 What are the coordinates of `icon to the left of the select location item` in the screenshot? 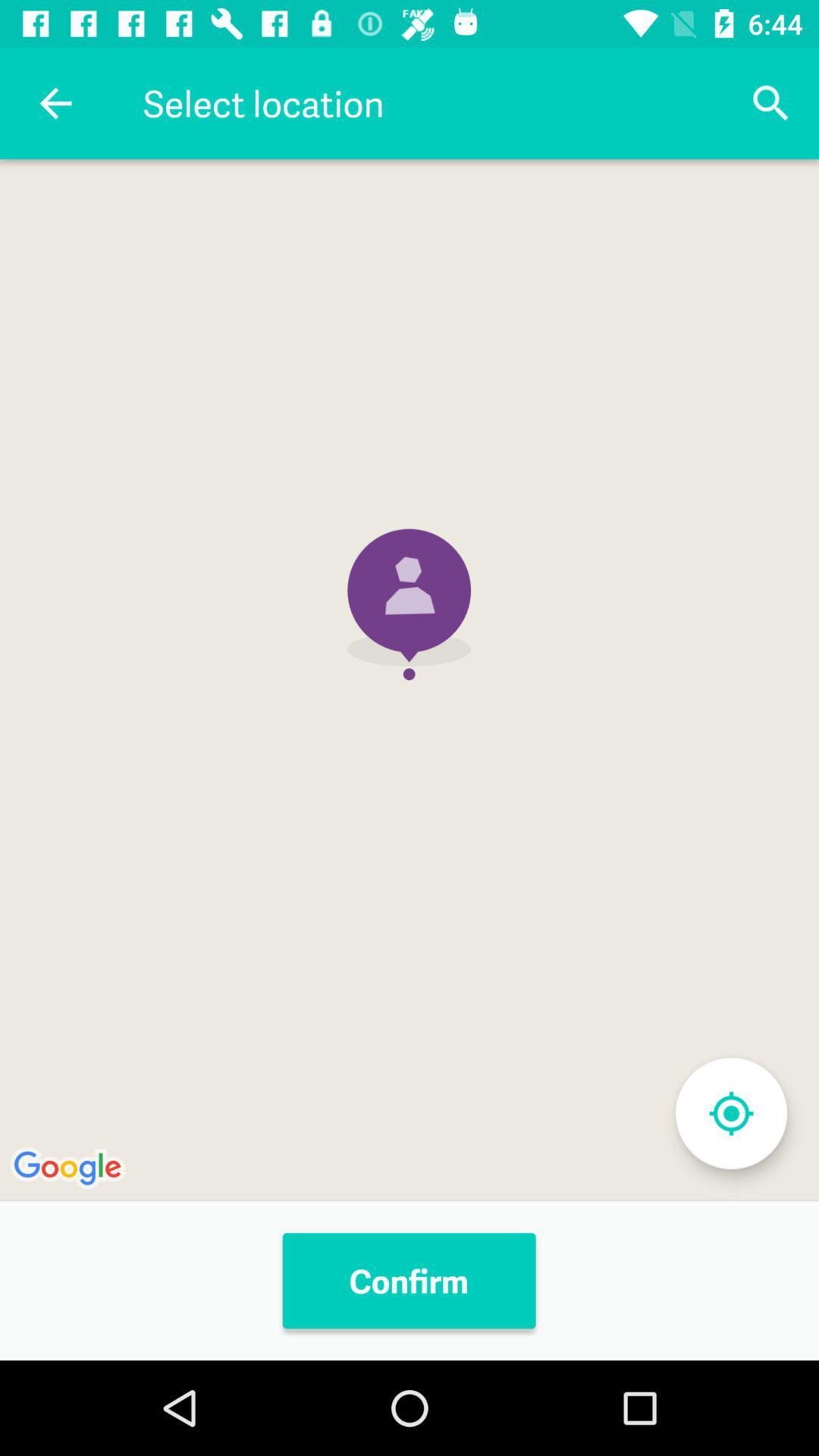 It's located at (55, 102).